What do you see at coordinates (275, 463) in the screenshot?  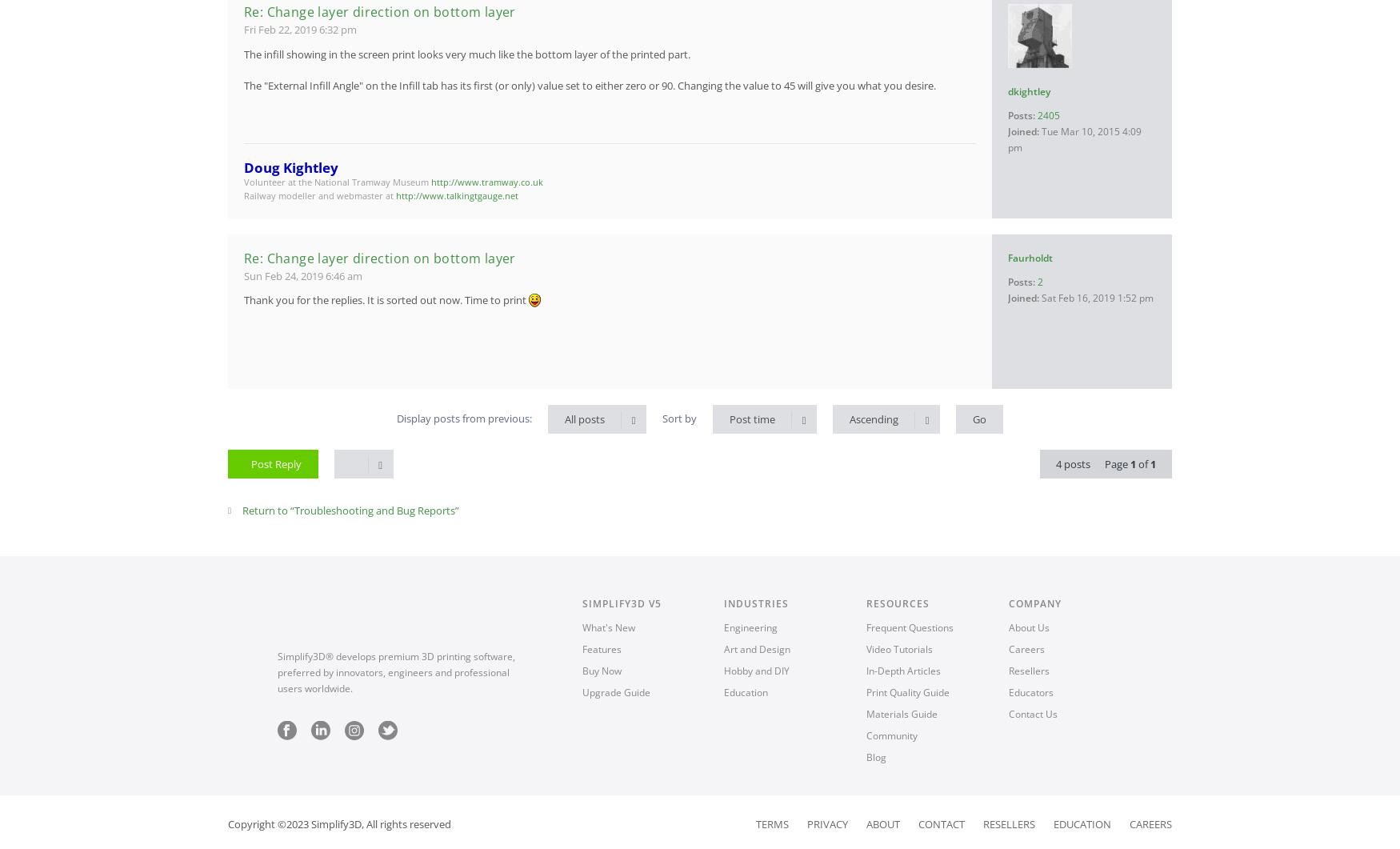 I see `'Post Reply'` at bounding box center [275, 463].